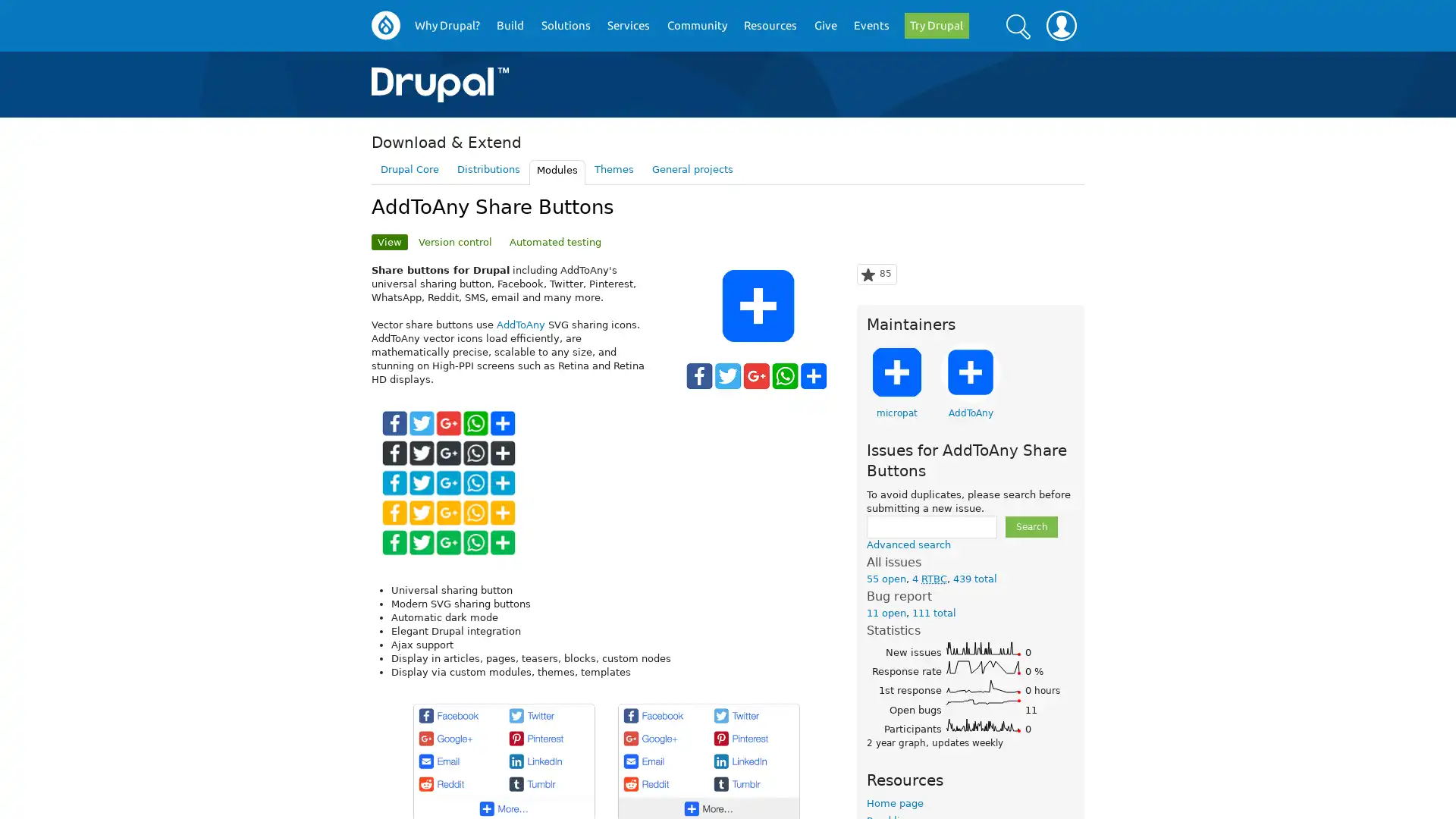 The height and width of the screenshot is (819, 1456). Describe the element at coordinates (1018, 26) in the screenshot. I see `Search` at that location.